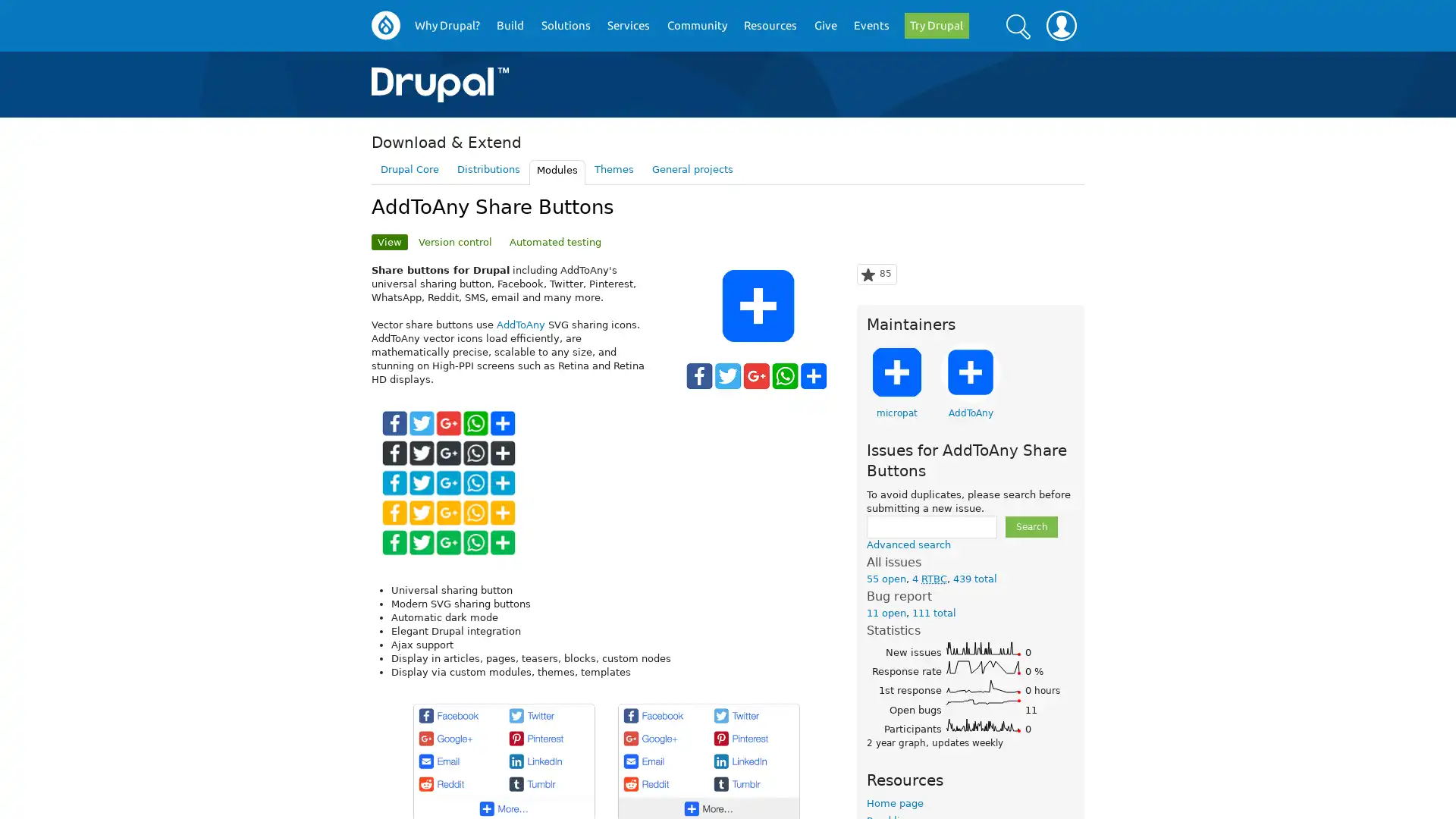 The height and width of the screenshot is (819, 1456). Describe the element at coordinates (1018, 26) in the screenshot. I see `Search` at that location.